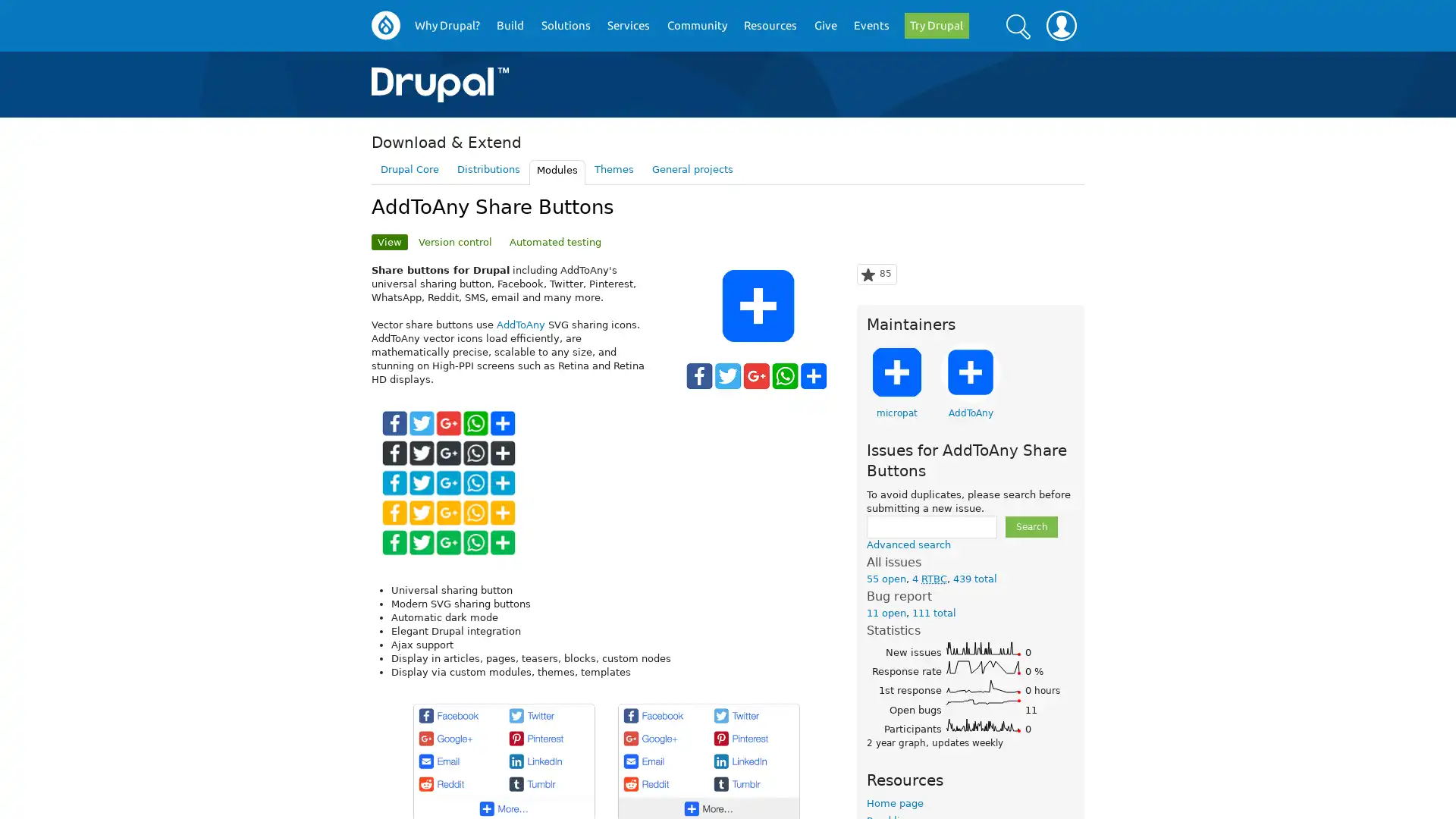 The height and width of the screenshot is (819, 1456). Describe the element at coordinates (1018, 26) in the screenshot. I see `Search` at that location.